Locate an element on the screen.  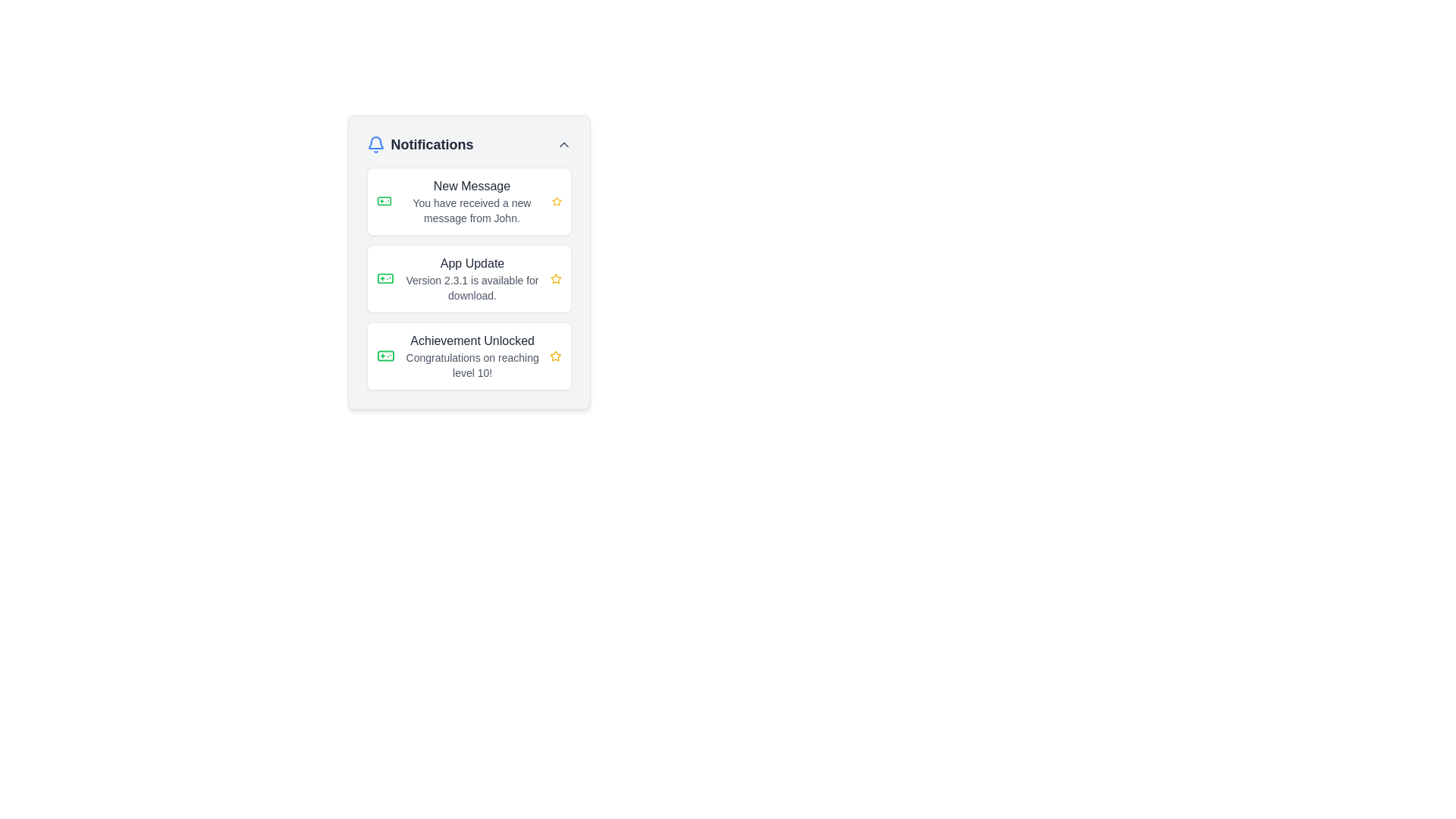
the text label displaying 'App Update' within the notification card in the Notifications panel is located at coordinates (472, 262).